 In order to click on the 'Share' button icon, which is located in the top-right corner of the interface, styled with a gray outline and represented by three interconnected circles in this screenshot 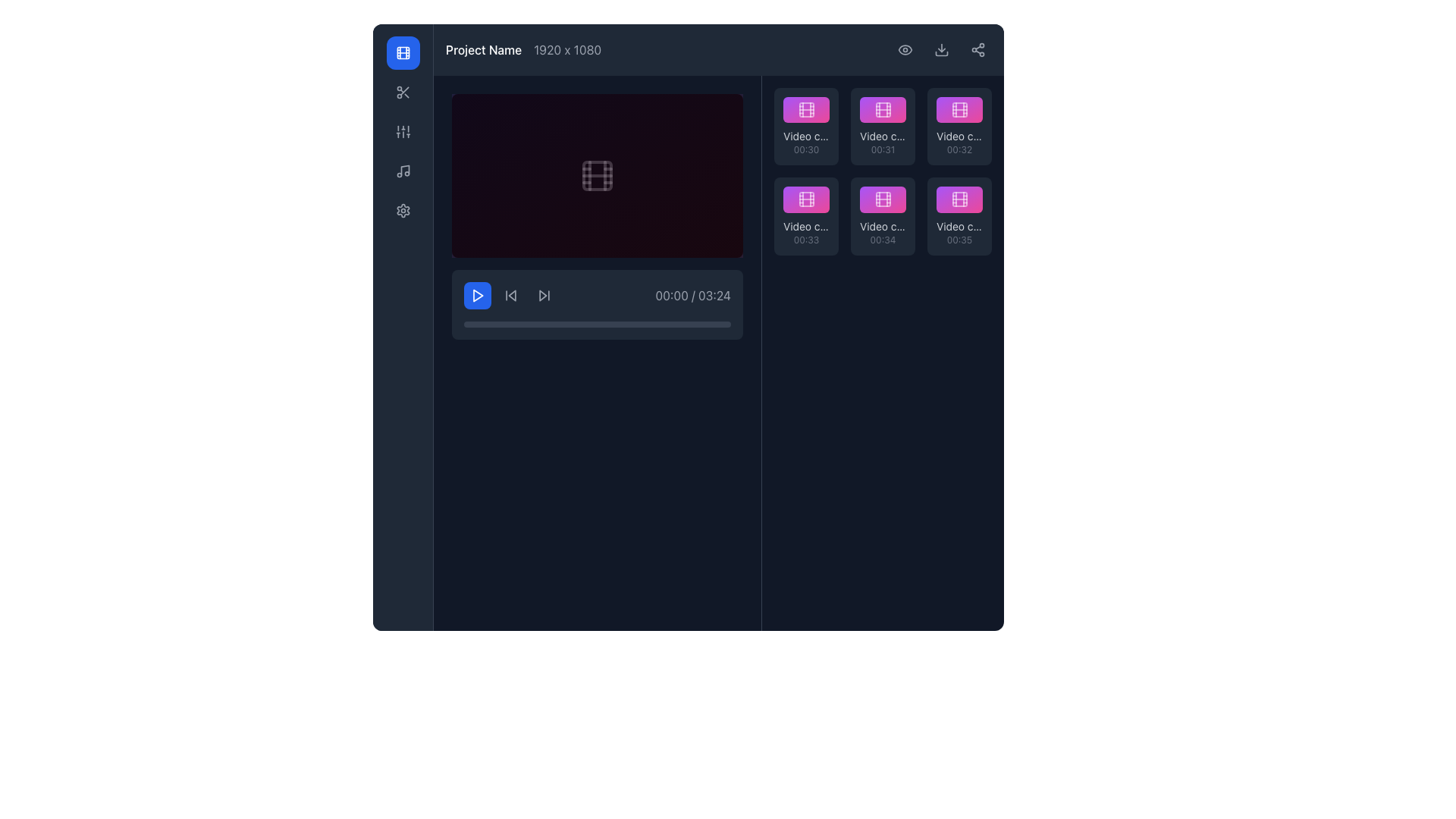, I will do `click(978, 49)`.